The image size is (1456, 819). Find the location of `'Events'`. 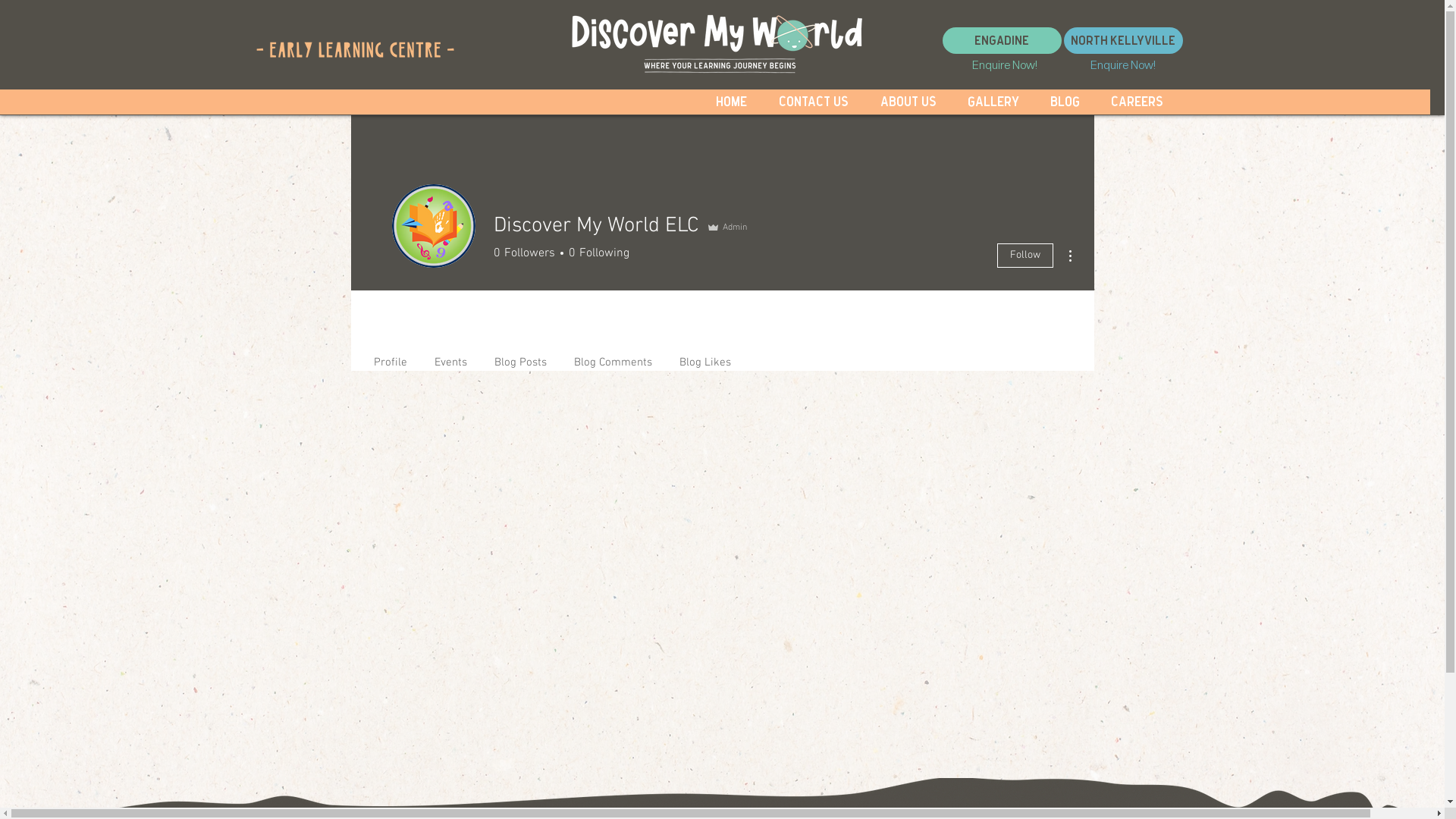

'Events' is located at coordinates (449, 356).